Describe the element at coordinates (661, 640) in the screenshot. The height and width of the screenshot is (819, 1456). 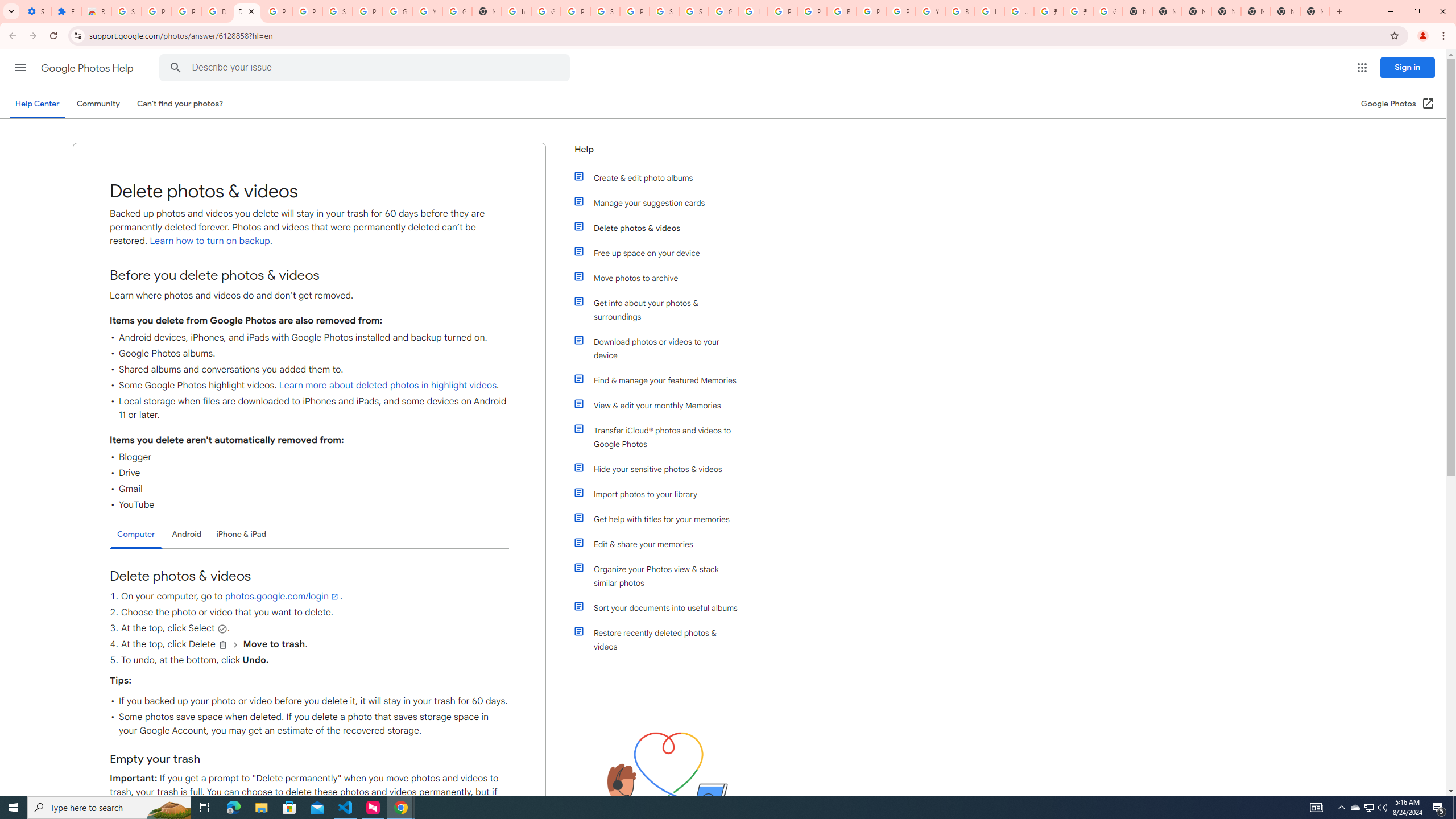
I see `'Restore recently deleted photos & videos'` at that location.